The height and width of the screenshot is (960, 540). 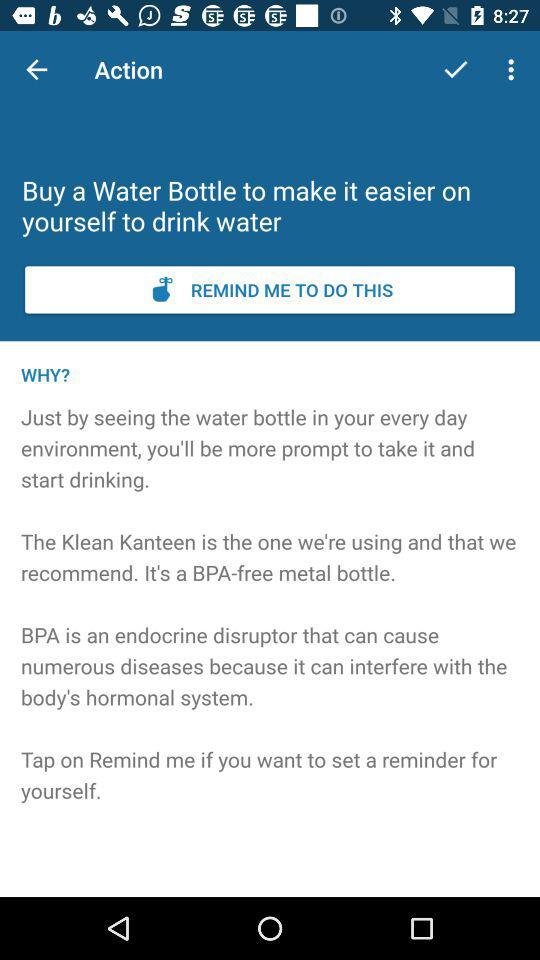 What do you see at coordinates (270, 288) in the screenshot?
I see `the item above why? icon` at bounding box center [270, 288].